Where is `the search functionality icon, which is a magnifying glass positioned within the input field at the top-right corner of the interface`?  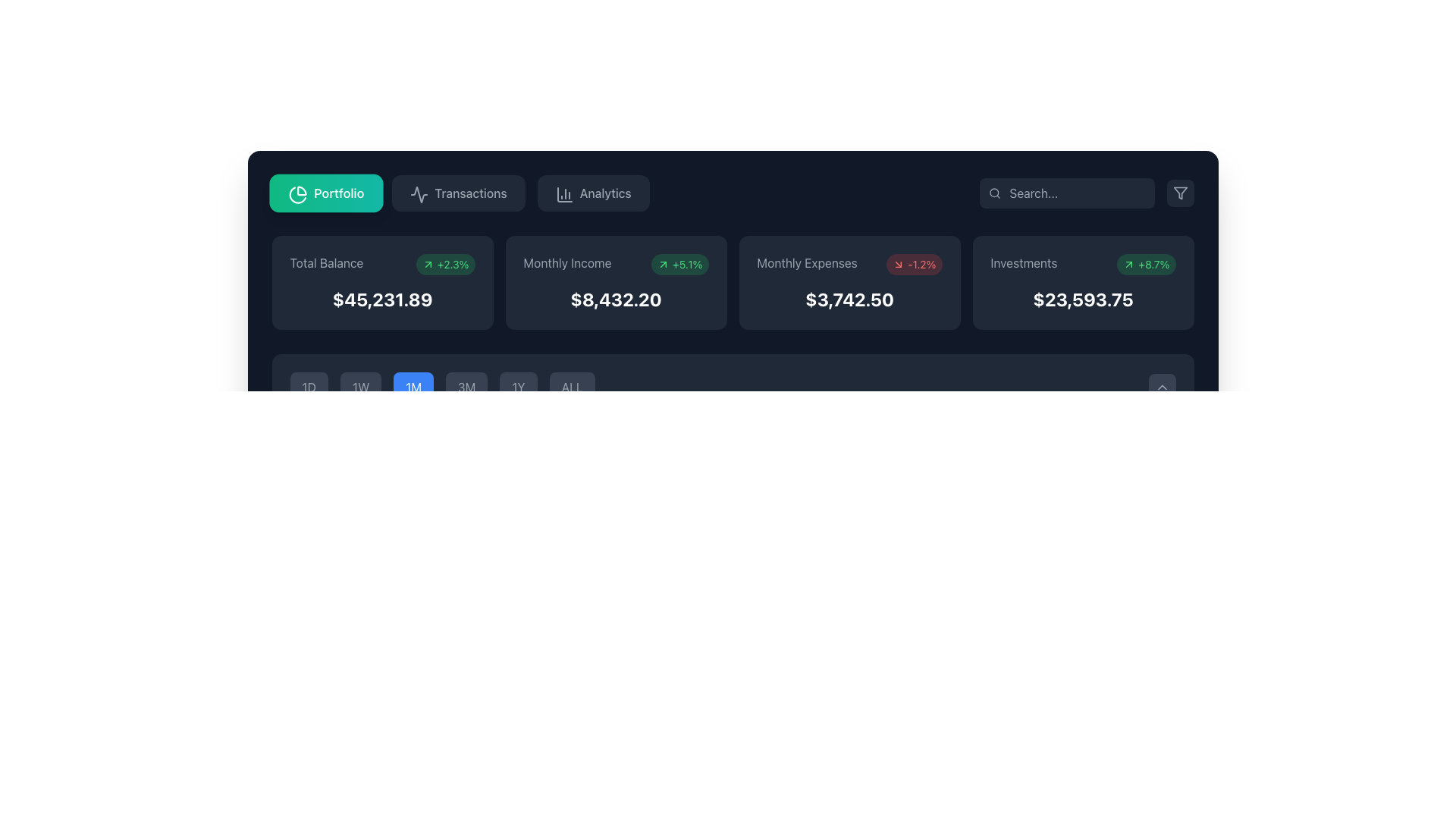
the search functionality icon, which is a magnifying glass positioned within the input field at the top-right corner of the interface is located at coordinates (994, 192).